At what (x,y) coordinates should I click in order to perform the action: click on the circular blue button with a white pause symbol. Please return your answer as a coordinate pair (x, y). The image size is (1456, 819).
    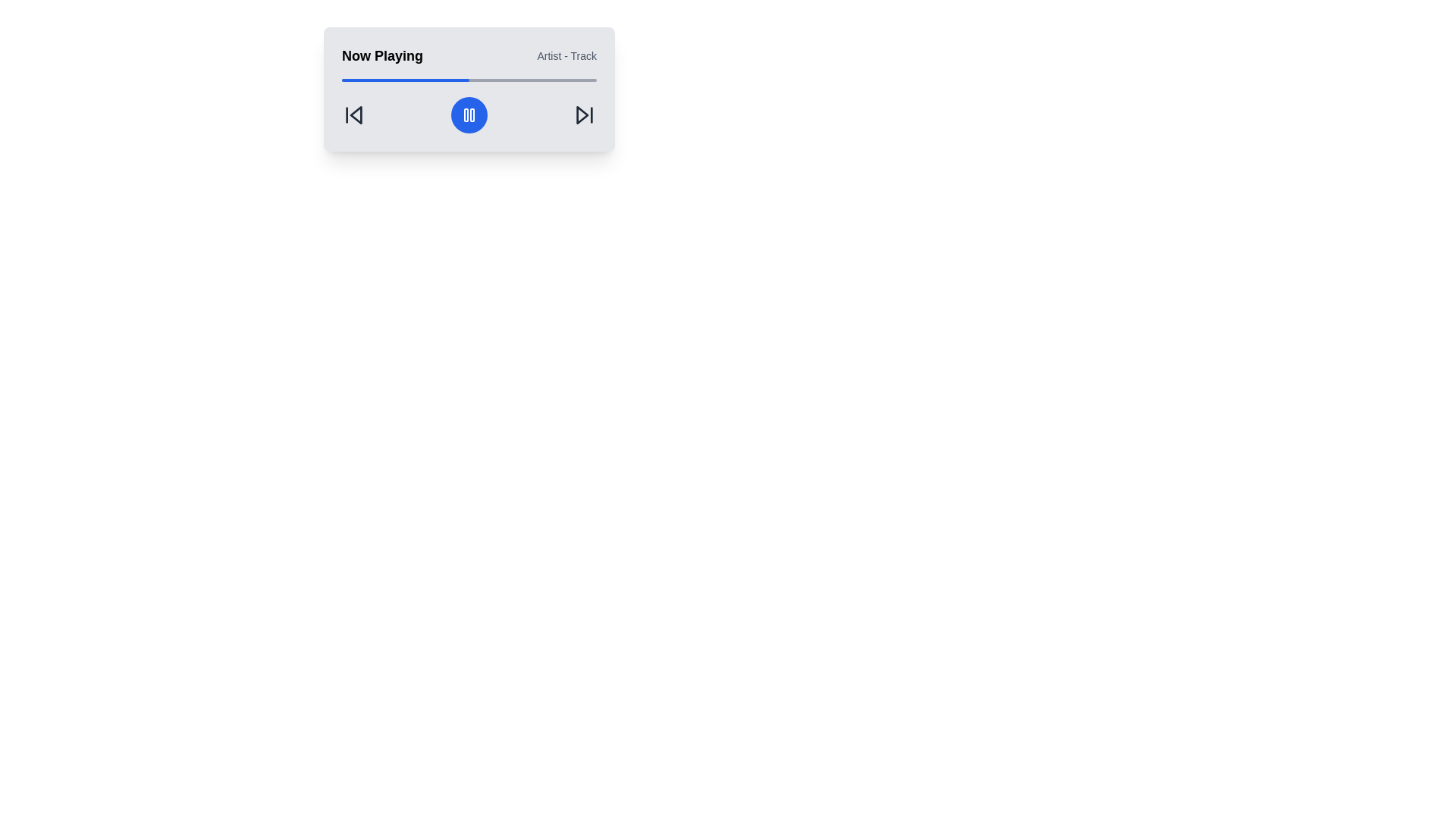
    Looking at the image, I should click on (469, 114).